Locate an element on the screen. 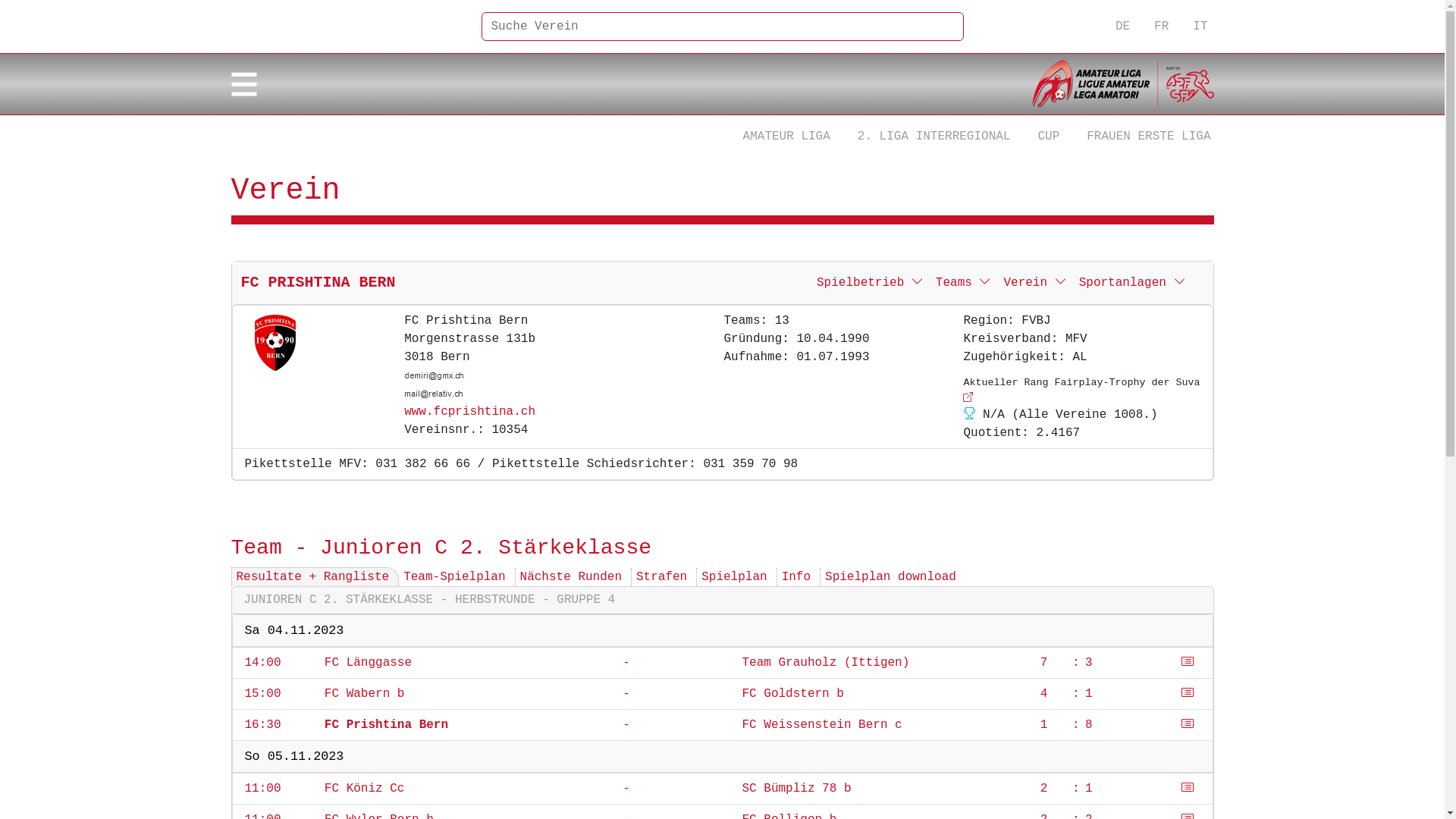  'AL / LA' is located at coordinates (1122, 84).